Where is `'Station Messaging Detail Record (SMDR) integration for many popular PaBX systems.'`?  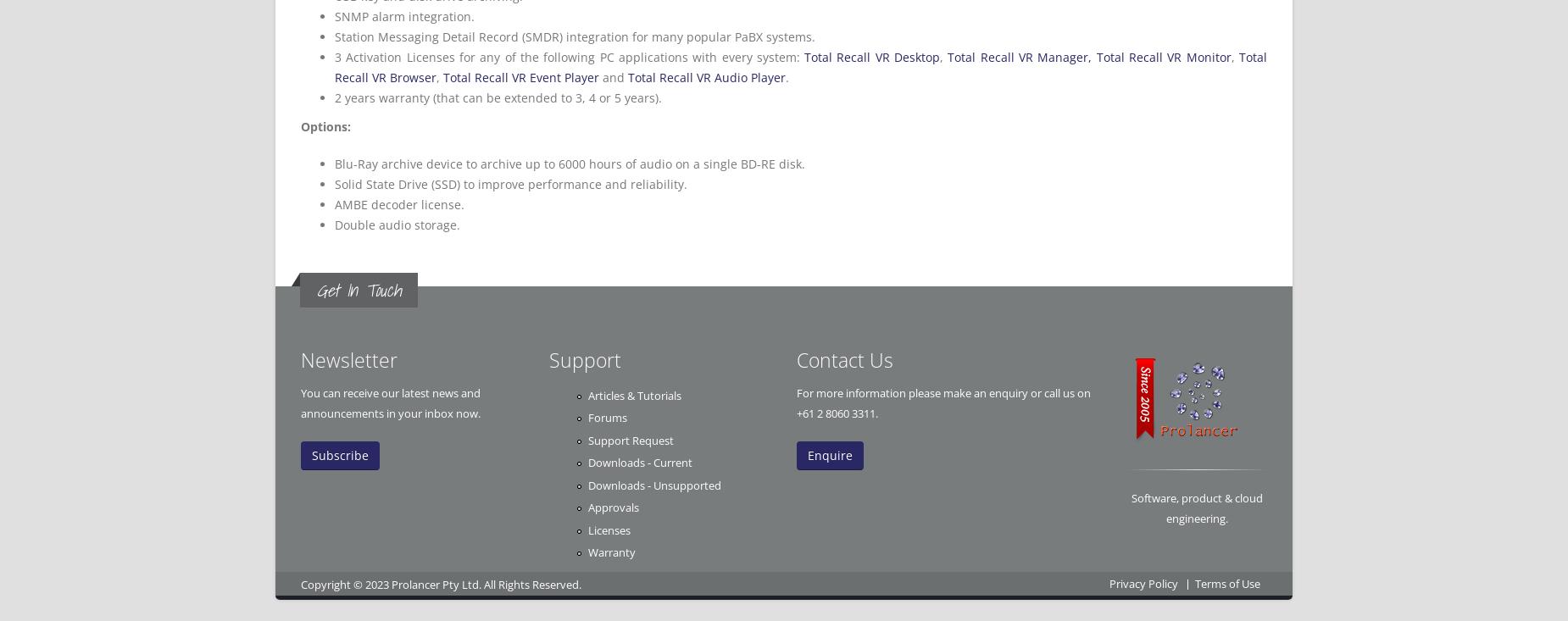
'Station Messaging Detail Record (SMDR) integration for many popular PaBX systems.' is located at coordinates (575, 36).